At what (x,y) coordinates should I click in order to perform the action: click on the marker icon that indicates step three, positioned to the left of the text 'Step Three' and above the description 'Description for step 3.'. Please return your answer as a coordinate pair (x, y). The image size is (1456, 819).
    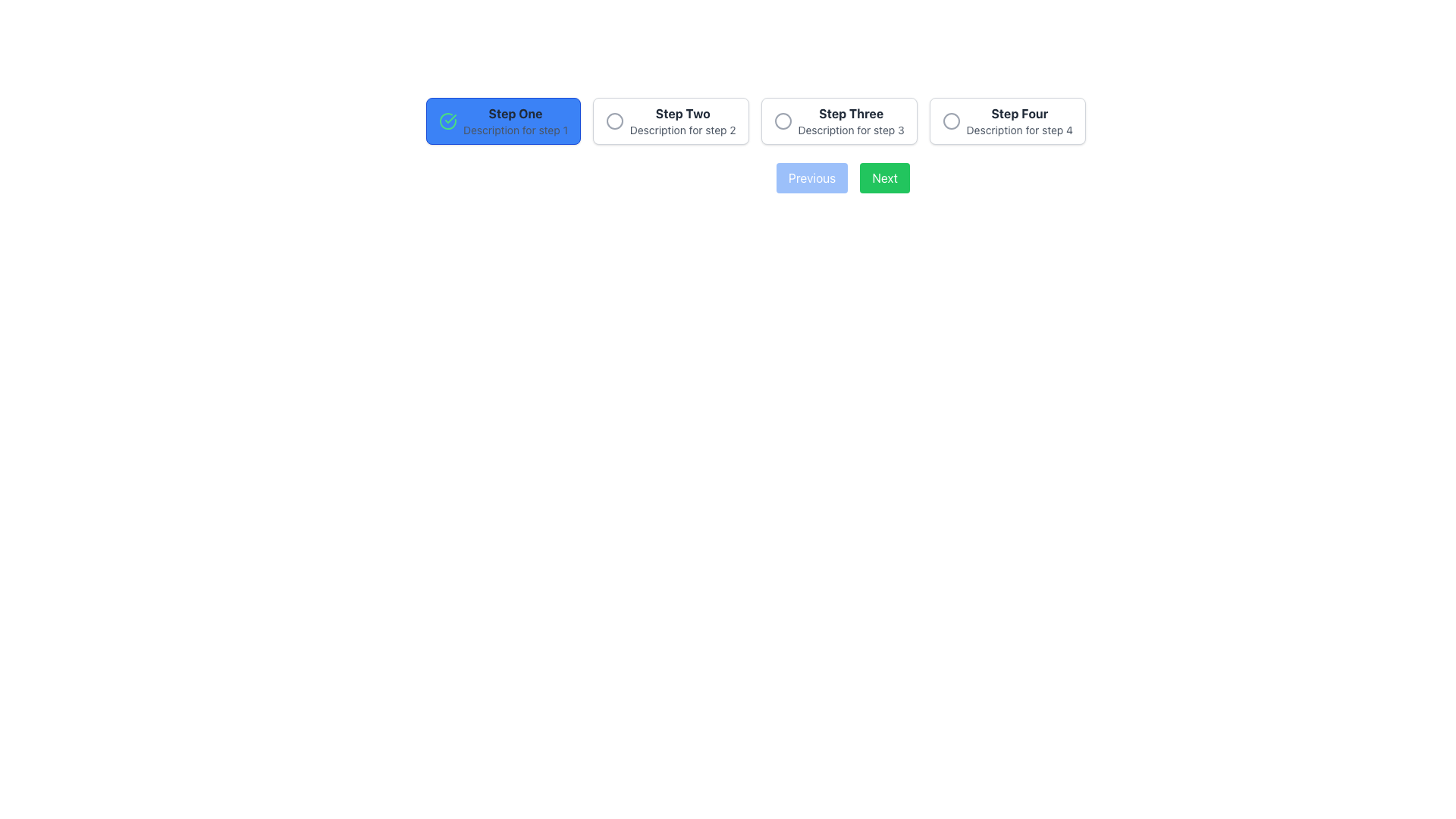
    Looking at the image, I should click on (783, 120).